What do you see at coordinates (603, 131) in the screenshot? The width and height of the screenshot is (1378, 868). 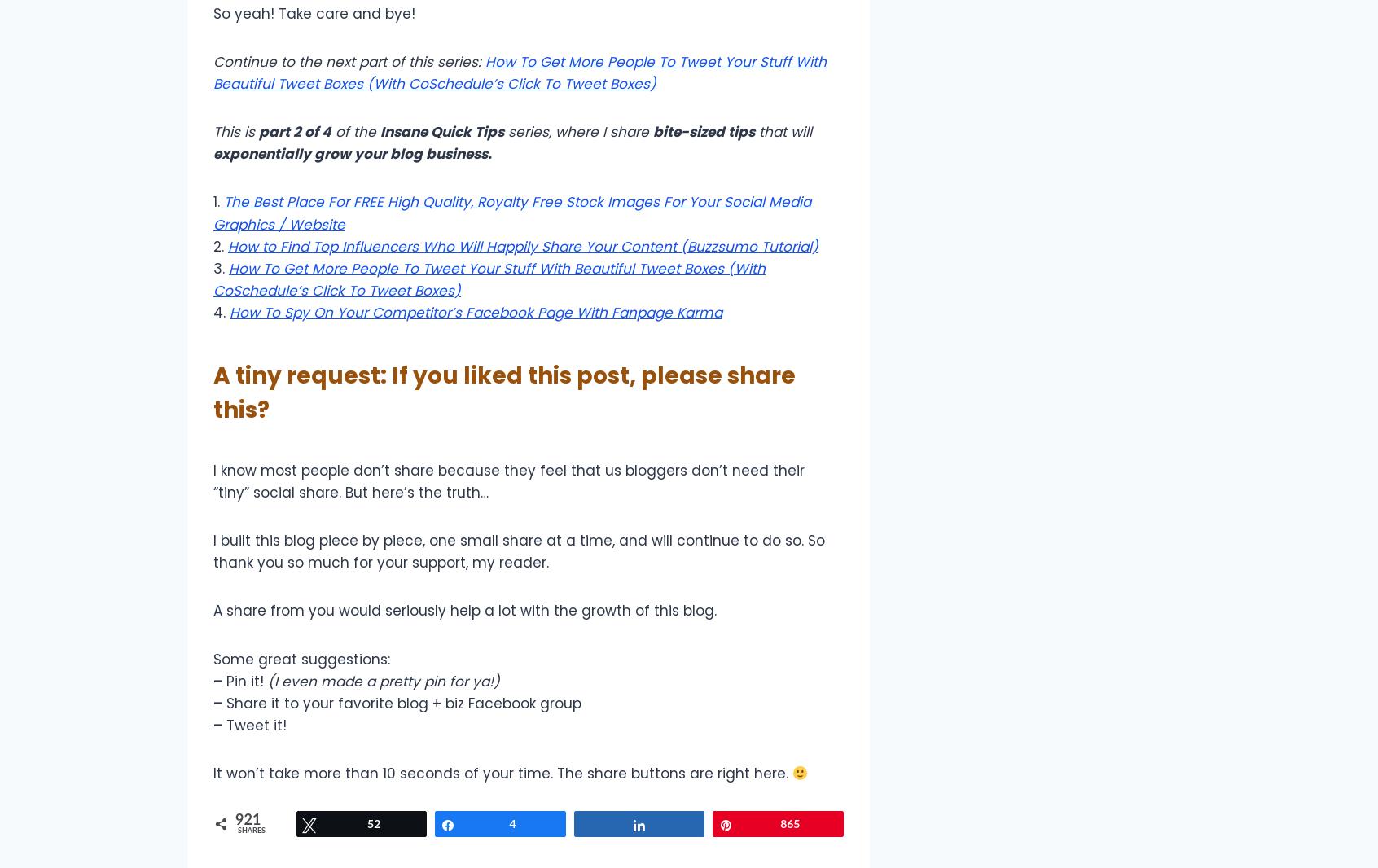 I see `'where I share'` at bounding box center [603, 131].